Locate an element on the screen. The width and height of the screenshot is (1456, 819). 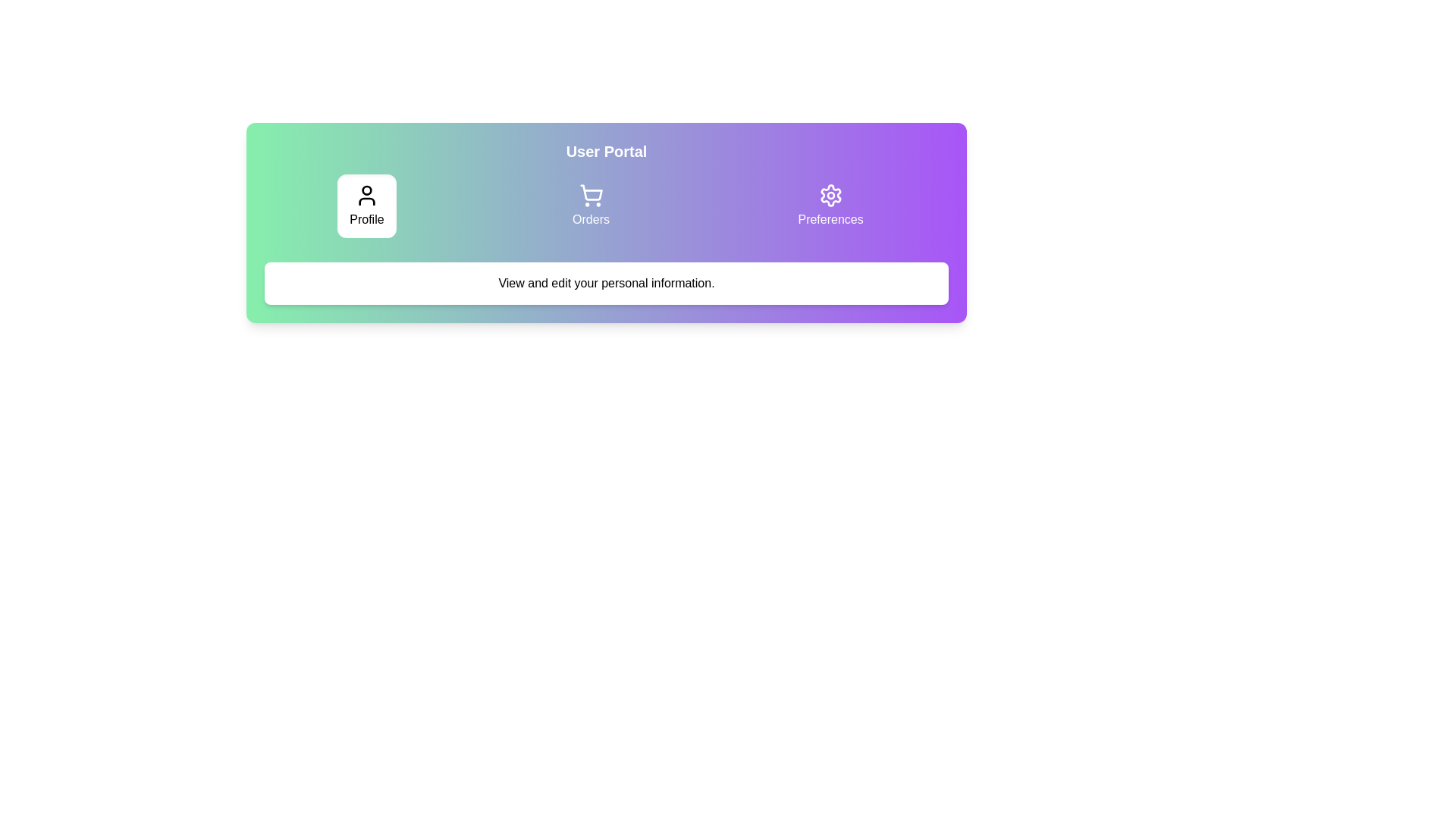
the tab labeled Profile to view its content is located at coordinates (366, 206).